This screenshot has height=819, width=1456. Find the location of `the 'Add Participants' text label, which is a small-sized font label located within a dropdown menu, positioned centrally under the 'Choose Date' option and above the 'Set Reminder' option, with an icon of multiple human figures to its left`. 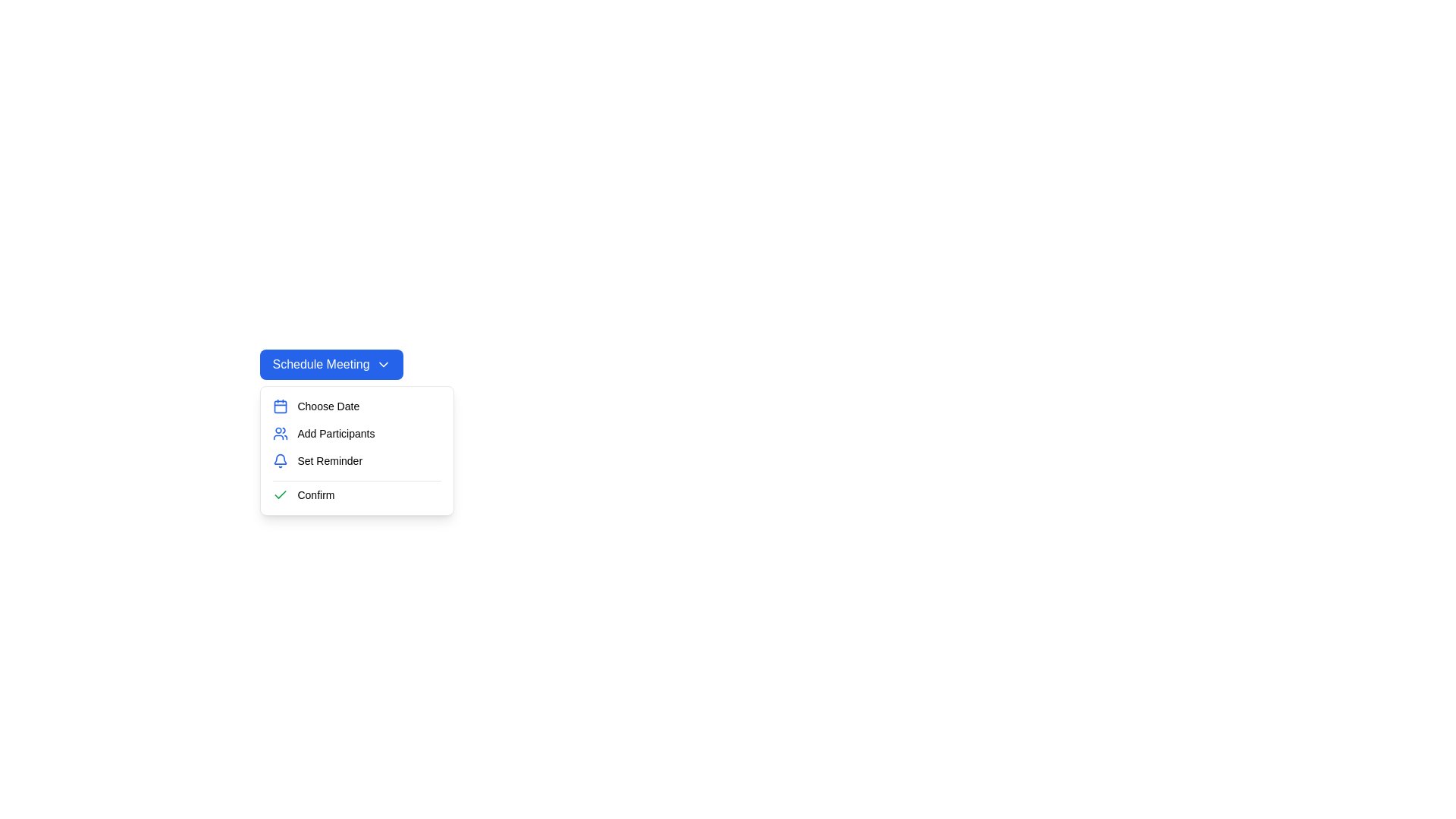

the 'Add Participants' text label, which is a small-sized font label located within a dropdown menu, positioned centrally under the 'Choose Date' option and above the 'Set Reminder' option, with an icon of multiple human figures to its left is located at coordinates (335, 433).